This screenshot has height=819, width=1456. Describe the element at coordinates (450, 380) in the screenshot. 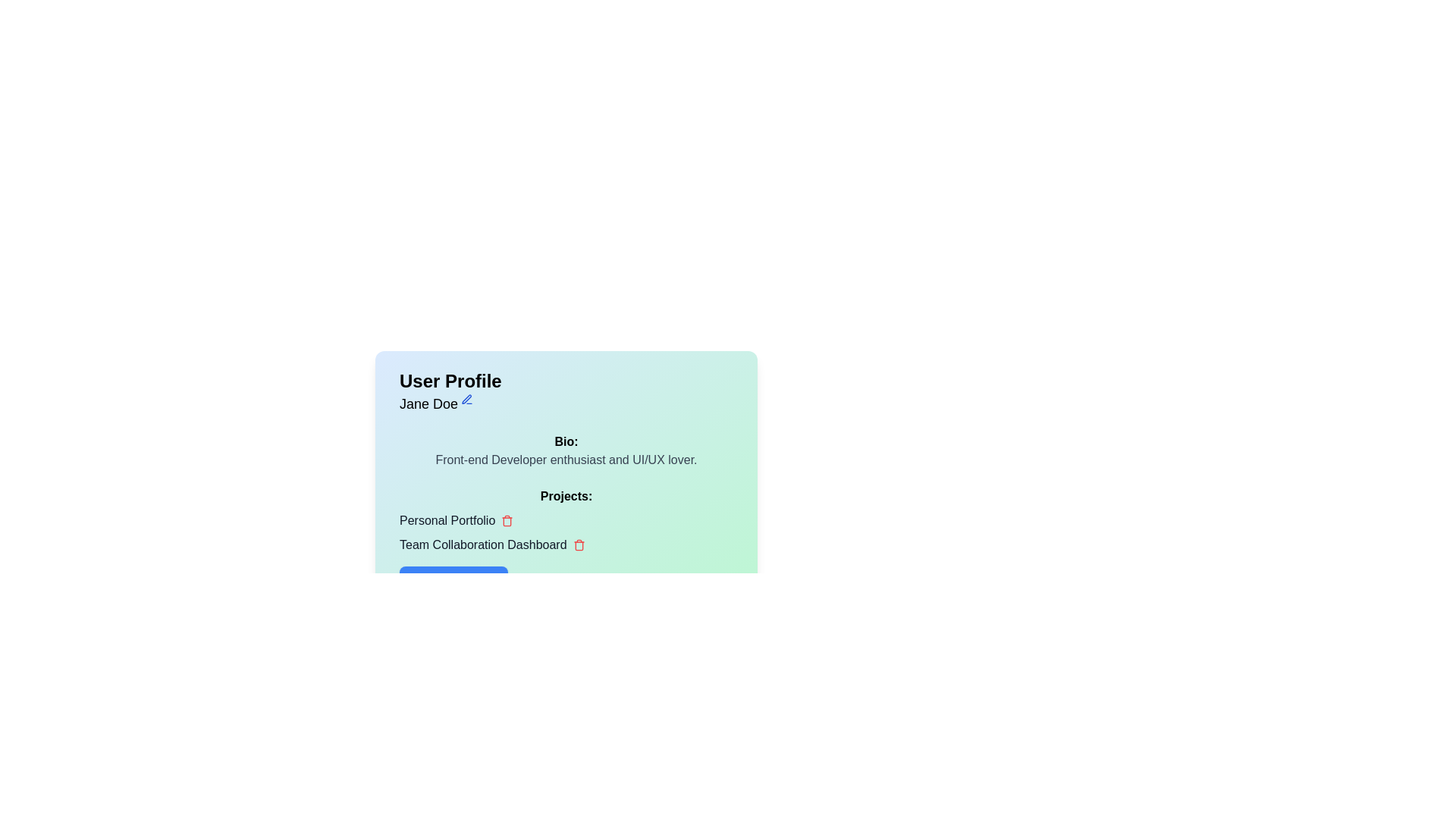

I see `the 'User Profile' text label, which is a bold and large font header aligned to the left at the top of the vertical stack of information` at that location.